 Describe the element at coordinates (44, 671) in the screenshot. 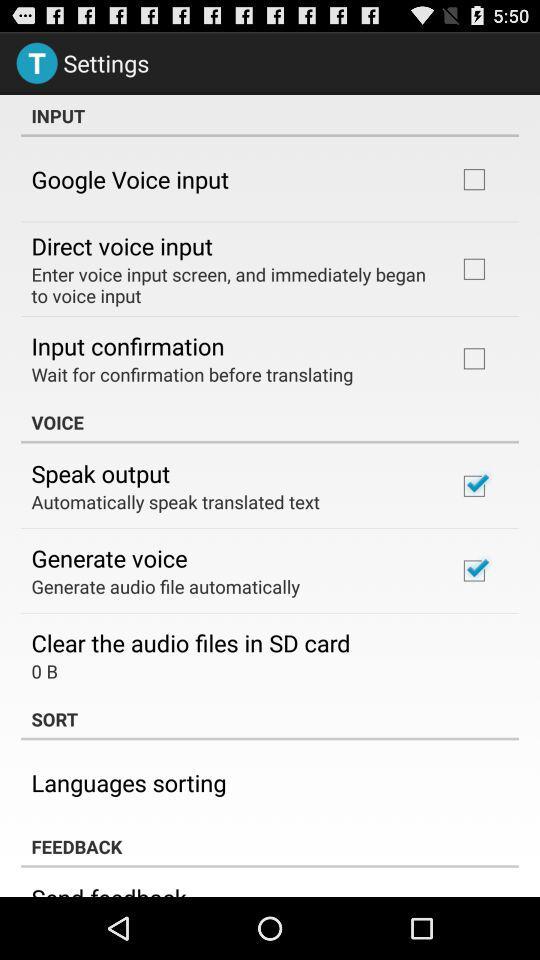

I see `0 b` at that location.